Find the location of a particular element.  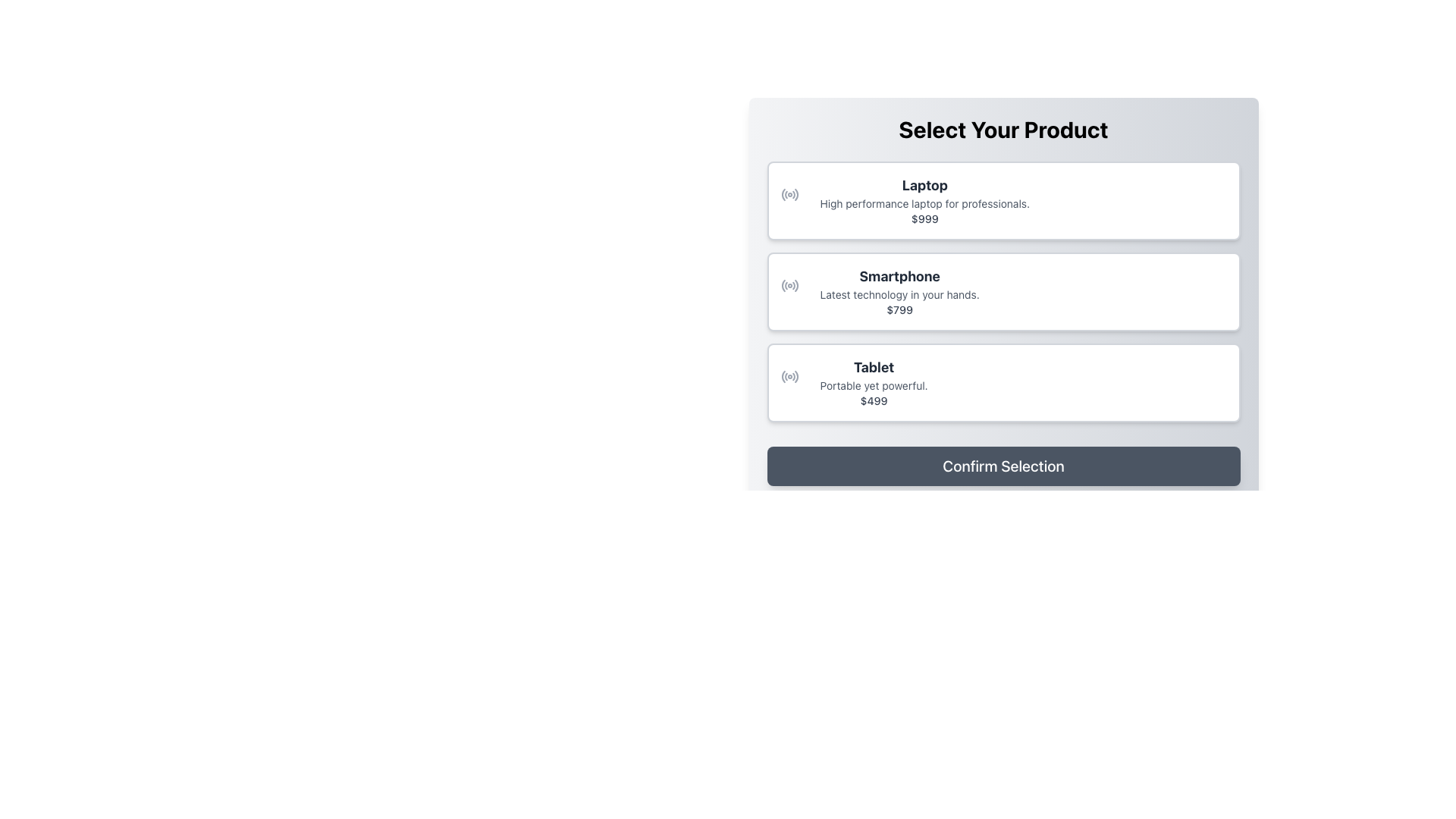

the Text Block displaying the product details including 'Tablet', 'Portable yet powerful.', and '$499', which is centered in the third row of the product list is located at coordinates (874, 382).